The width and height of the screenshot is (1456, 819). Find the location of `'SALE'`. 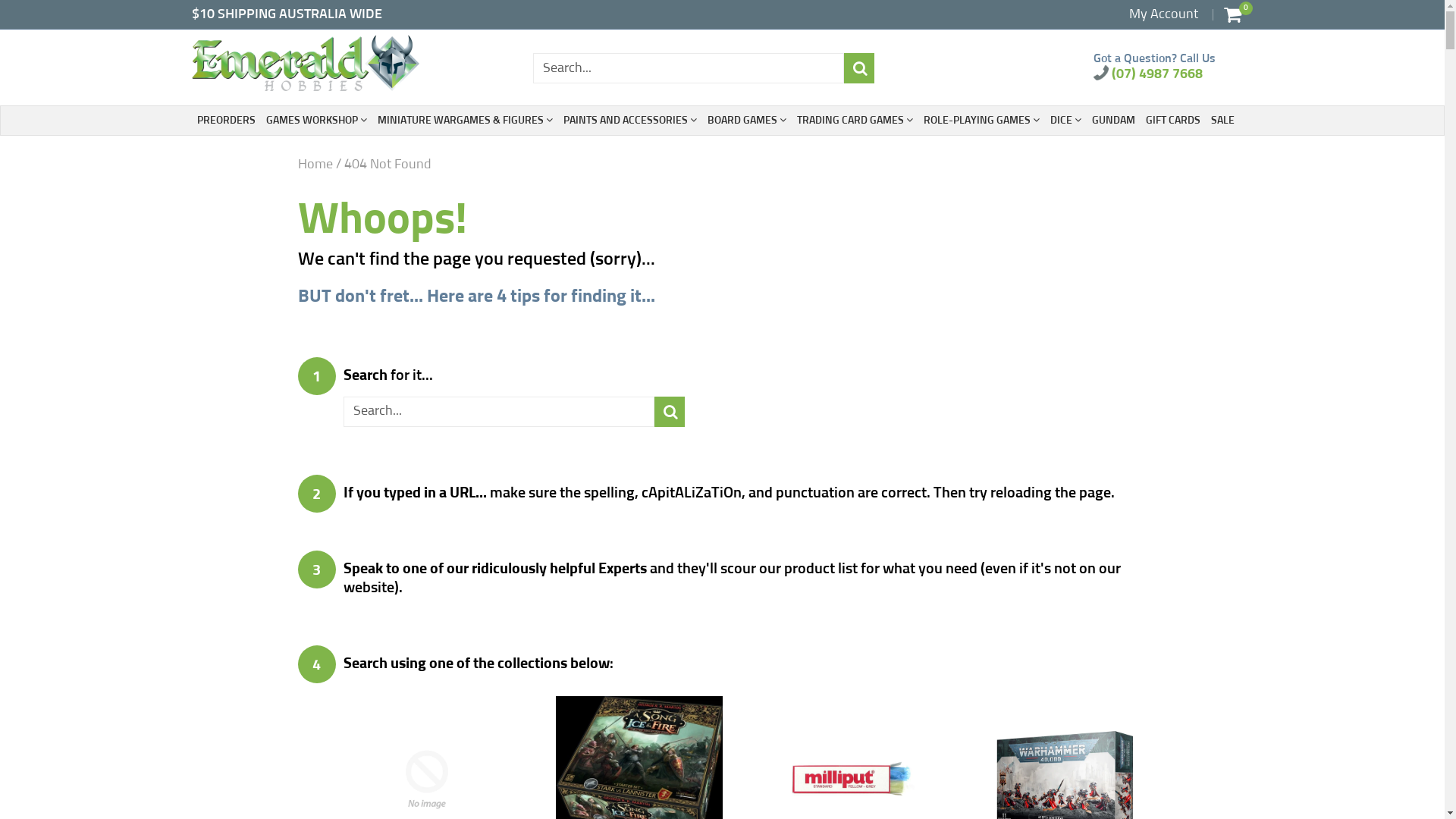

'SALE' is located at coordinates (1222, 119).